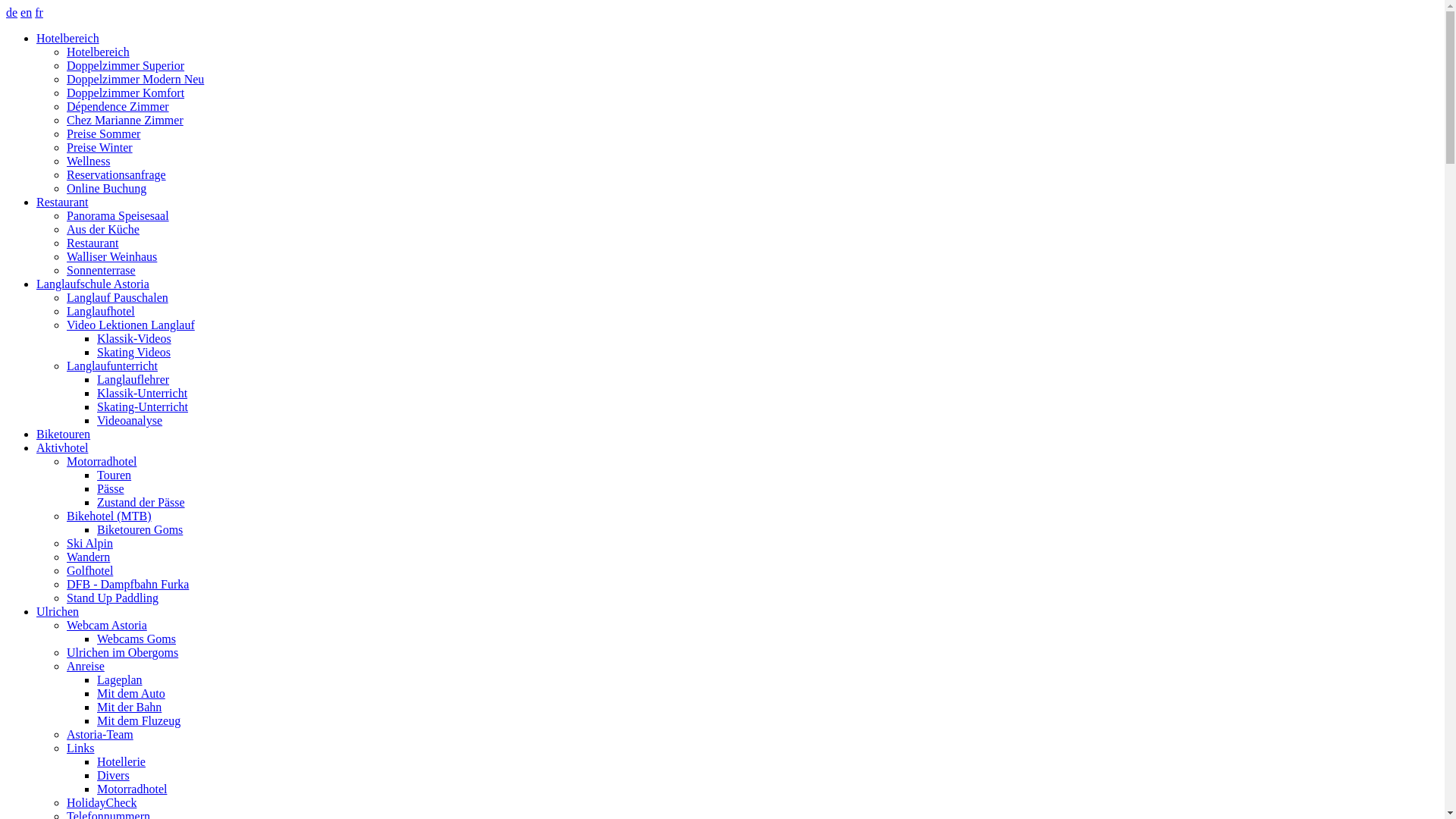 This screenshot has width=1456, height=819. What do you see at coordinates (65, 542) in the screenshot?
I see `'Ski Alpin'` at bounding box center [65, 542].